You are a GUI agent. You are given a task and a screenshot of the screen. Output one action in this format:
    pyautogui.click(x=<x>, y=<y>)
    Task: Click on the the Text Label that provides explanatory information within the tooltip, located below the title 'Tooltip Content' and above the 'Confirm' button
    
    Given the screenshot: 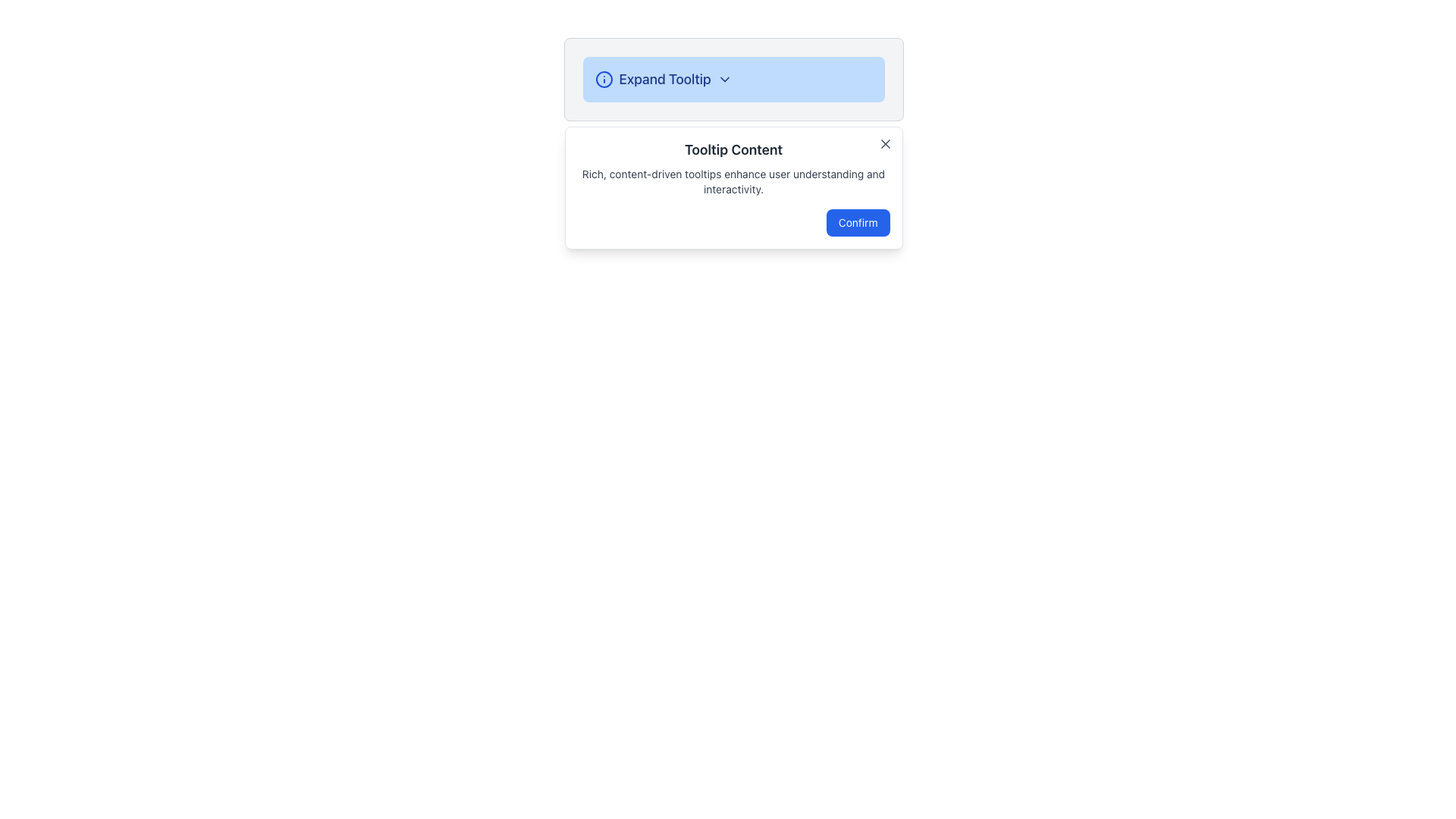 What is the action you would take?
    pyautogui.click(x=733, y=180)
    